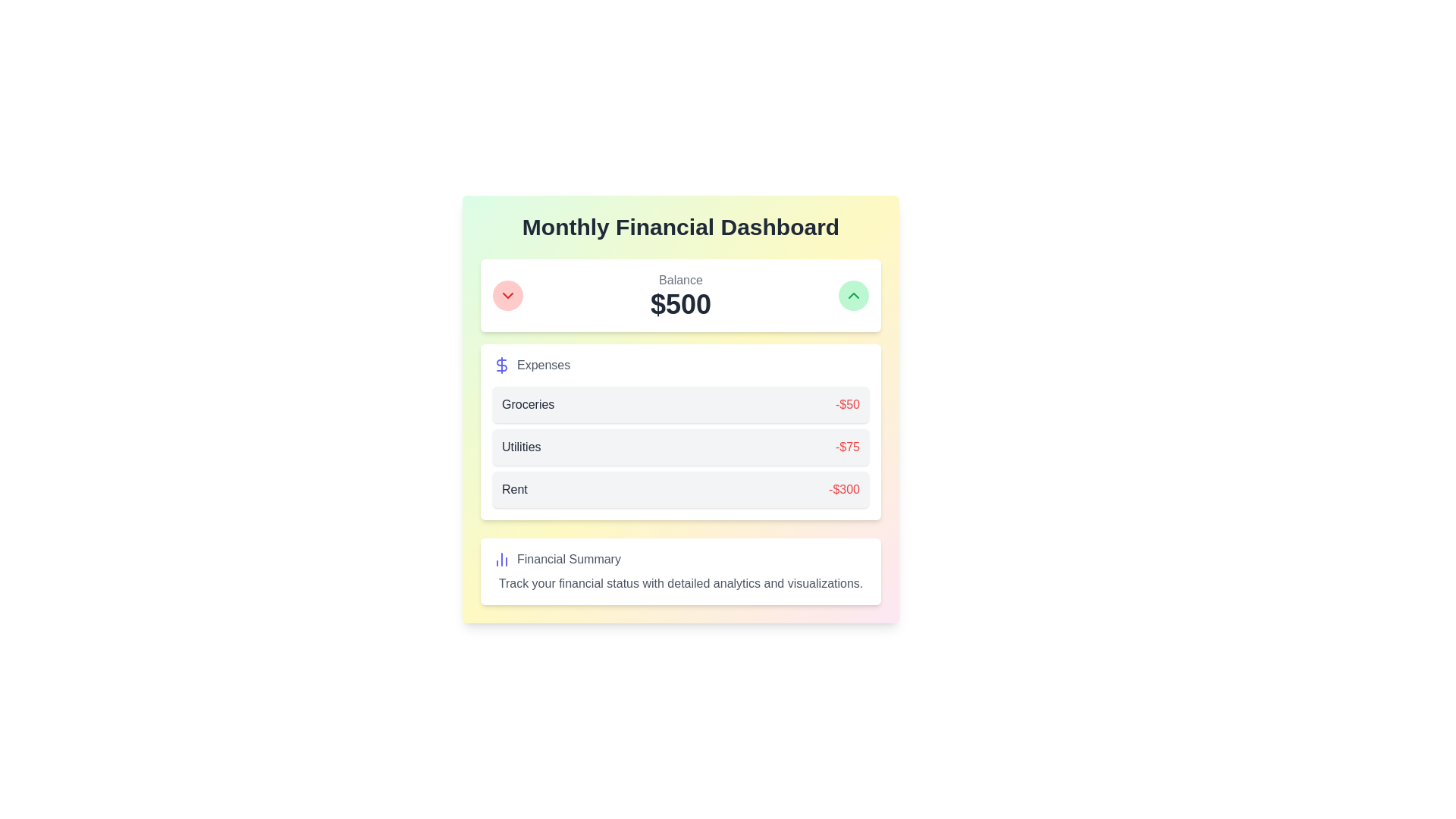  What do you see at coordinates (528, 403) in the screenshot?
I see `the 'Groceries' label, which is styled with a medium-weight font in dark gray color, positioned within a light gray background, and part of the list item labeled 'Groceries-$50'` at bounding box center [528, 403].